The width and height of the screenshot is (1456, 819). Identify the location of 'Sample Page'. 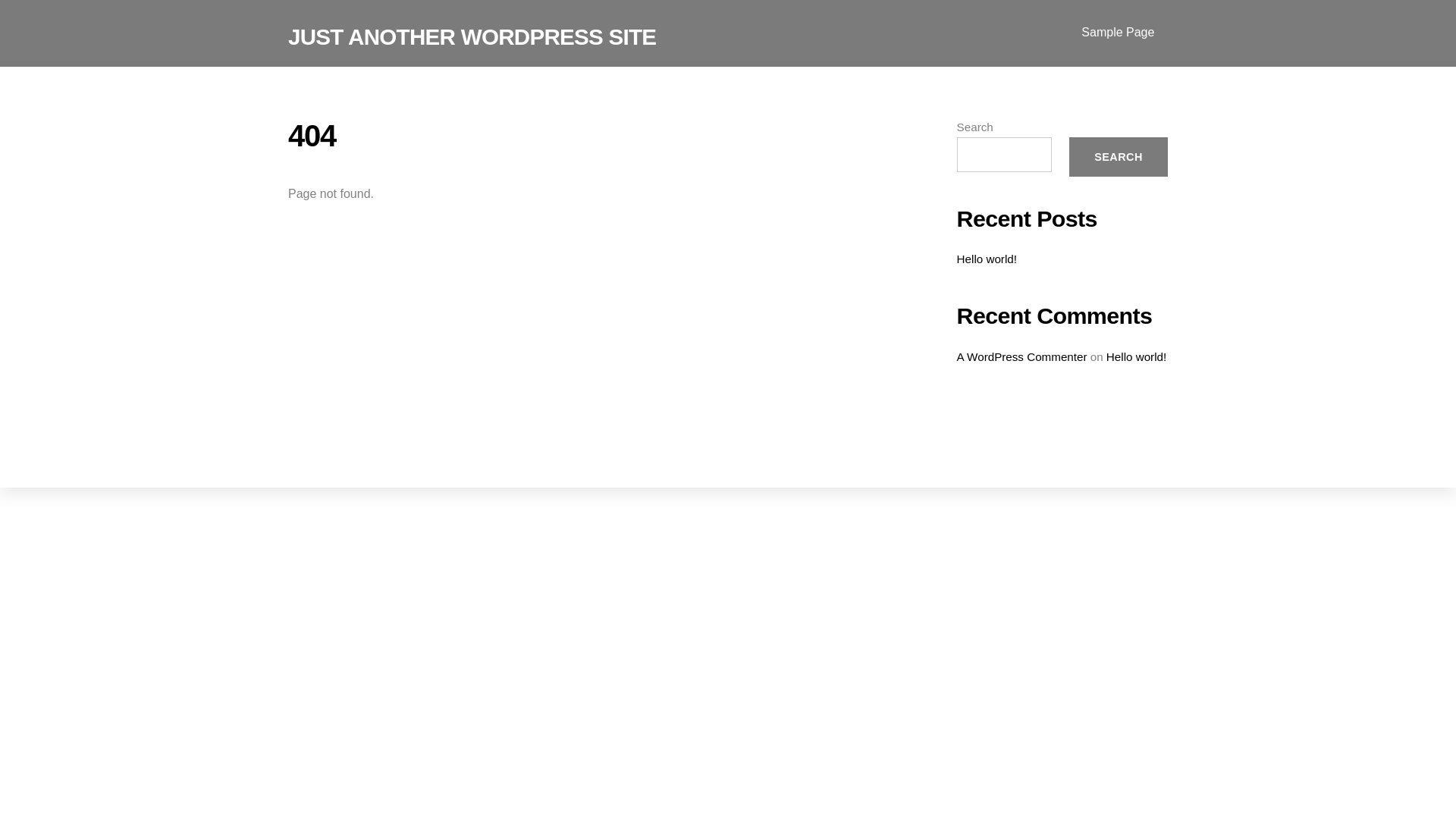
(1118, 33).